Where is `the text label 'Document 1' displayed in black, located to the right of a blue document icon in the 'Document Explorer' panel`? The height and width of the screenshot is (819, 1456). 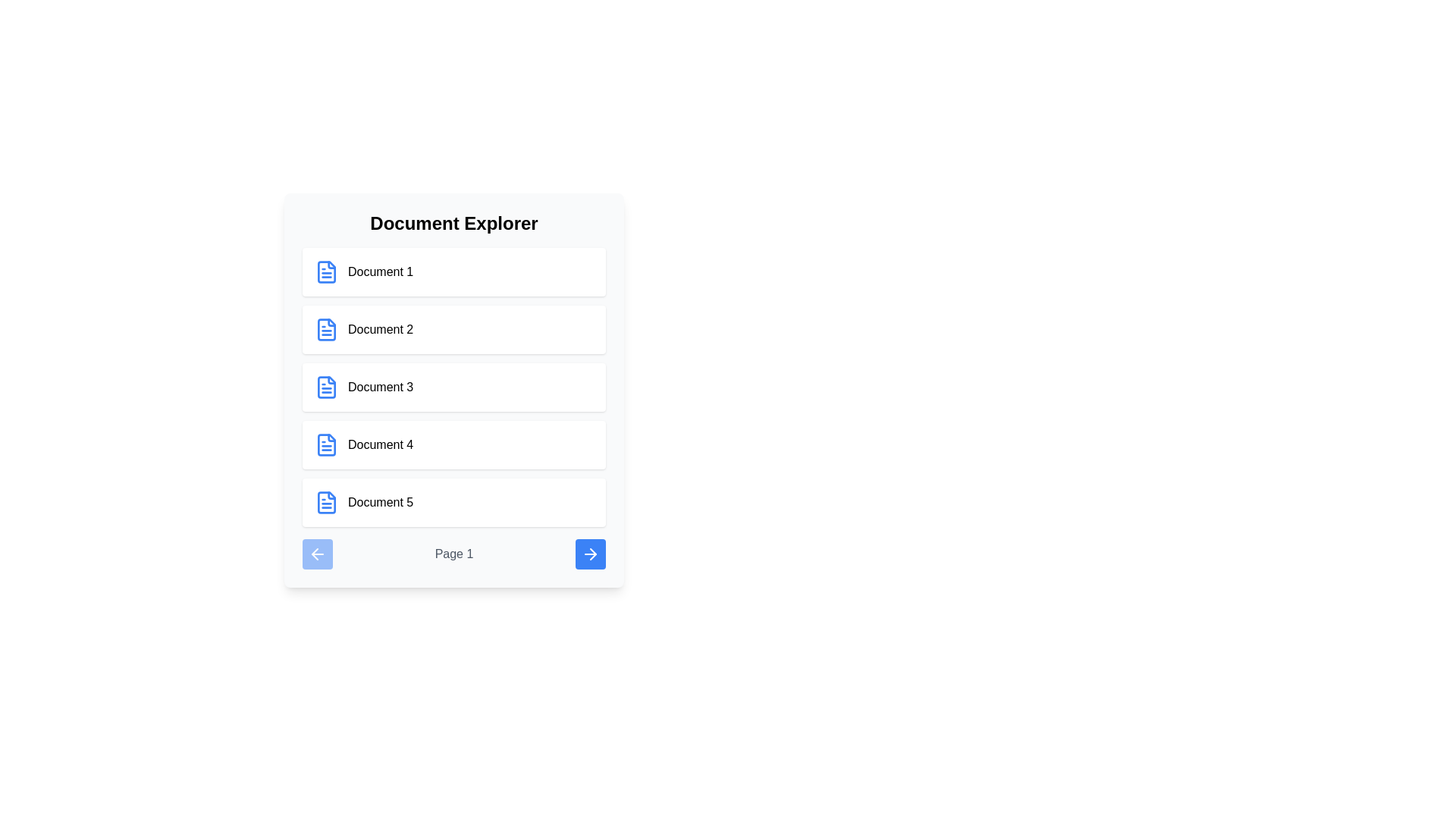 the text label 'Document 1' displayed in black, located to the right of a blue document icon in the 'Document Explorer' panel is located at coordinates (381, 271).